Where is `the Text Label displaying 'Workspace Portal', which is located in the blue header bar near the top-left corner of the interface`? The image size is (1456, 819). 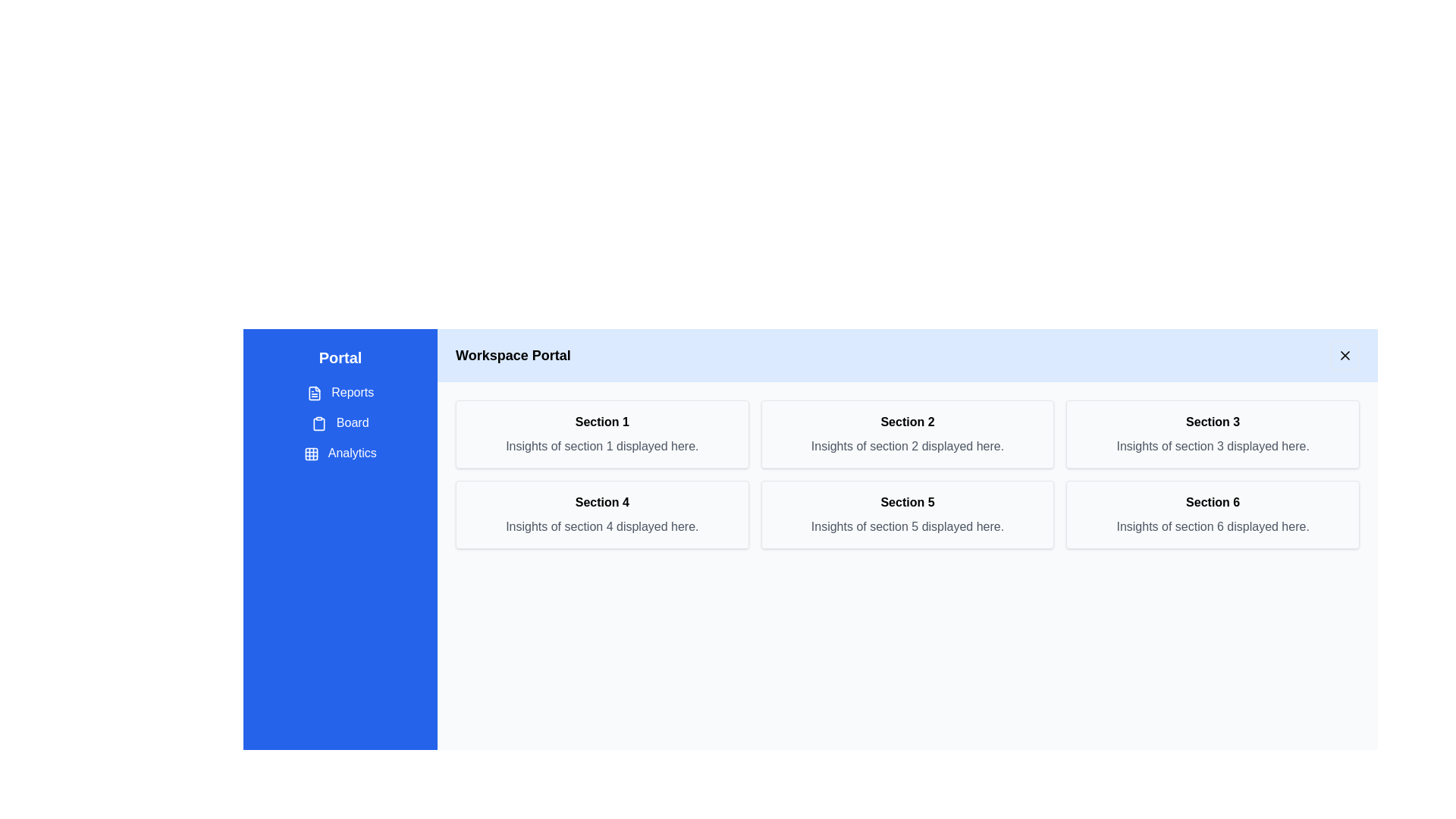
the Text Label displaying 'Workspace Portal', which is located in the blue header bar near the top-left corner of the interface is located at coordinates (513, 356).